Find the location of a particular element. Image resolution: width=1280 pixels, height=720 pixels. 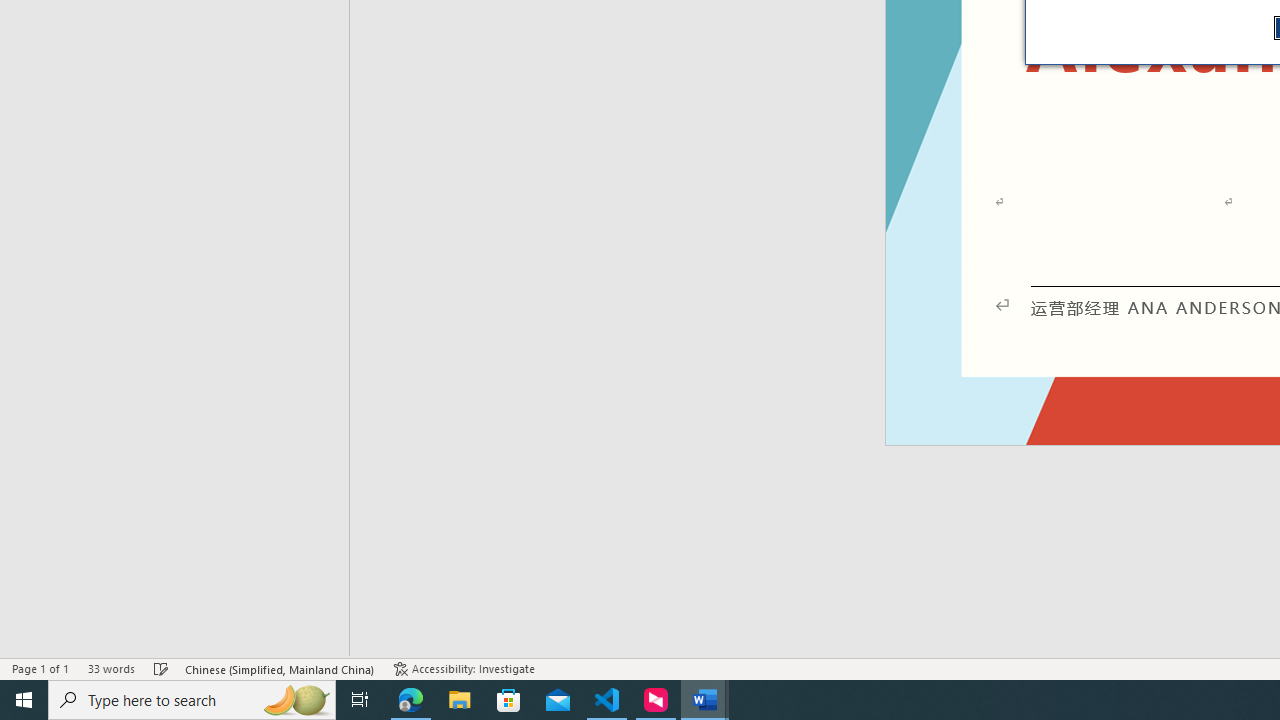

'Start' is located at coordinates (24, 698).